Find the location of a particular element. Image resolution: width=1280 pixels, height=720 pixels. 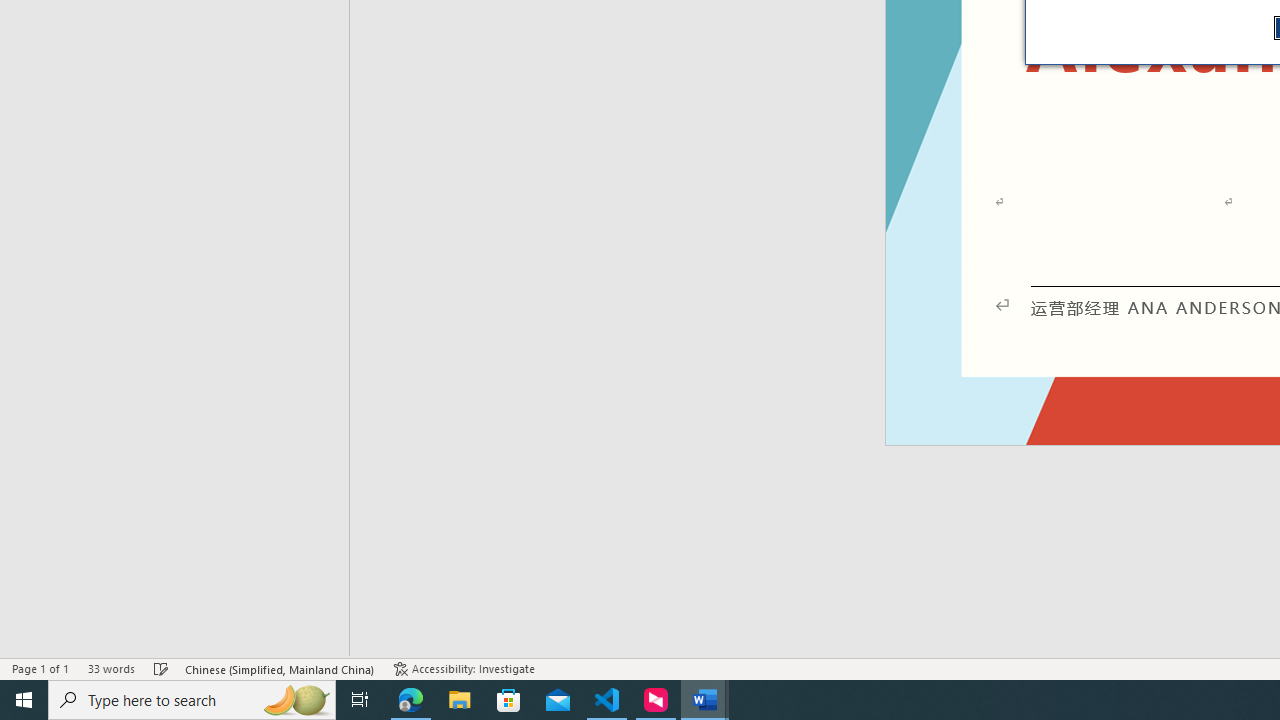

'Start' is located at coordinates (24, 698).